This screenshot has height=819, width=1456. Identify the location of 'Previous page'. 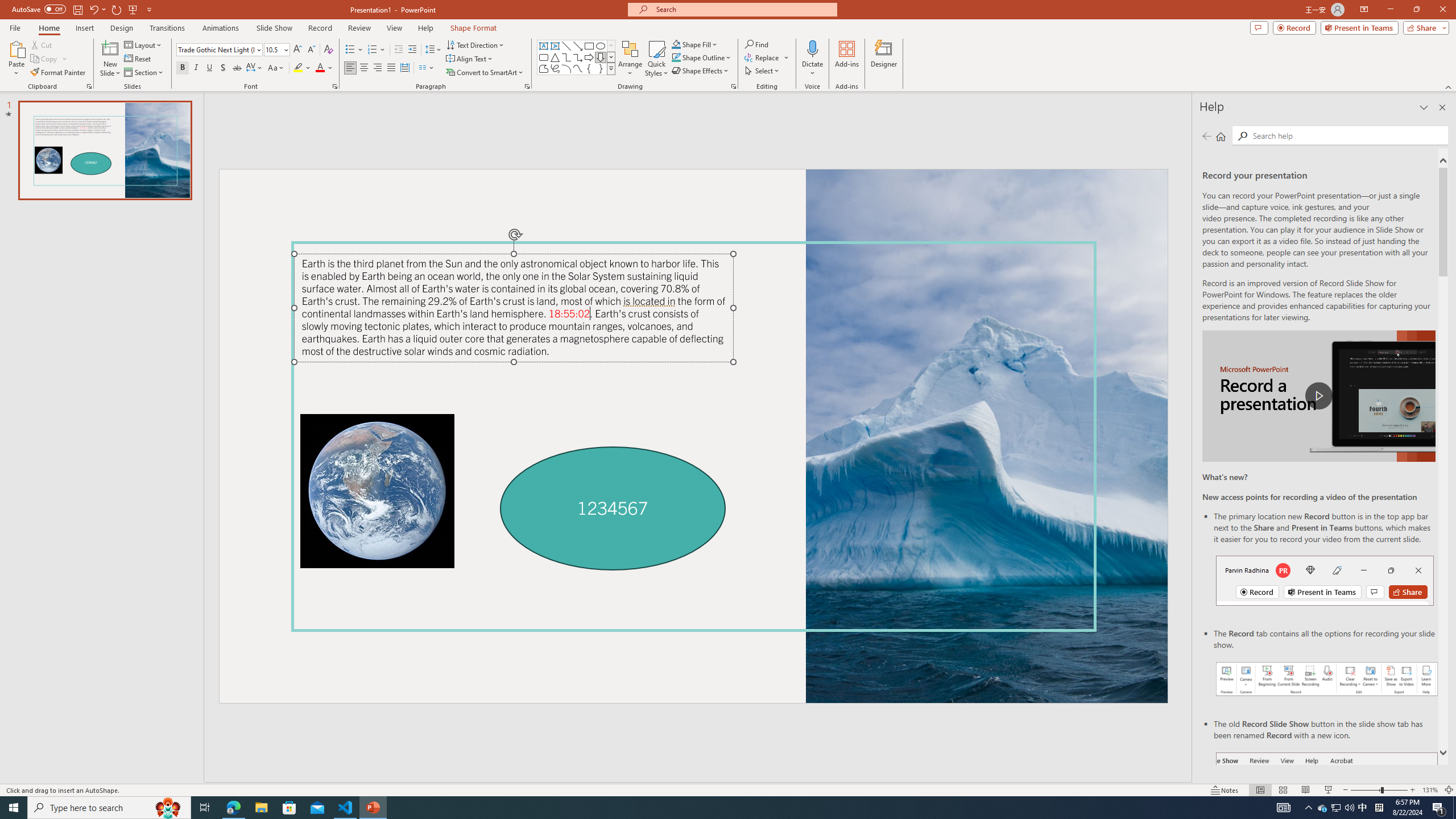
(1206, 135).